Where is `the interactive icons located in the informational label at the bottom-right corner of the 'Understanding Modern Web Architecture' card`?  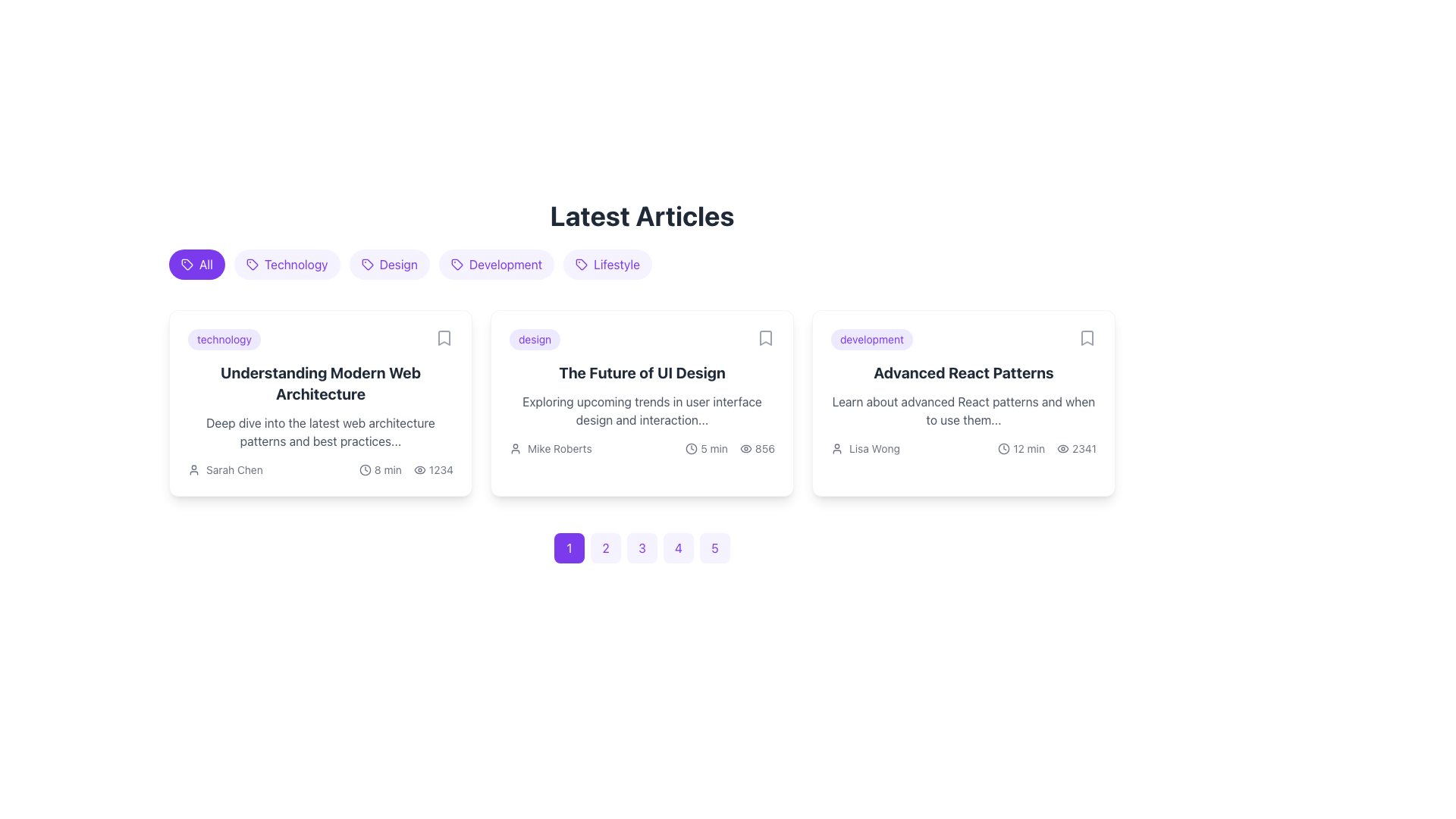 the interactive icons located in the informational label at the bottom-right corner of the 'Understanding Modern Web Architecture' card is located at coordinates (406, 469).